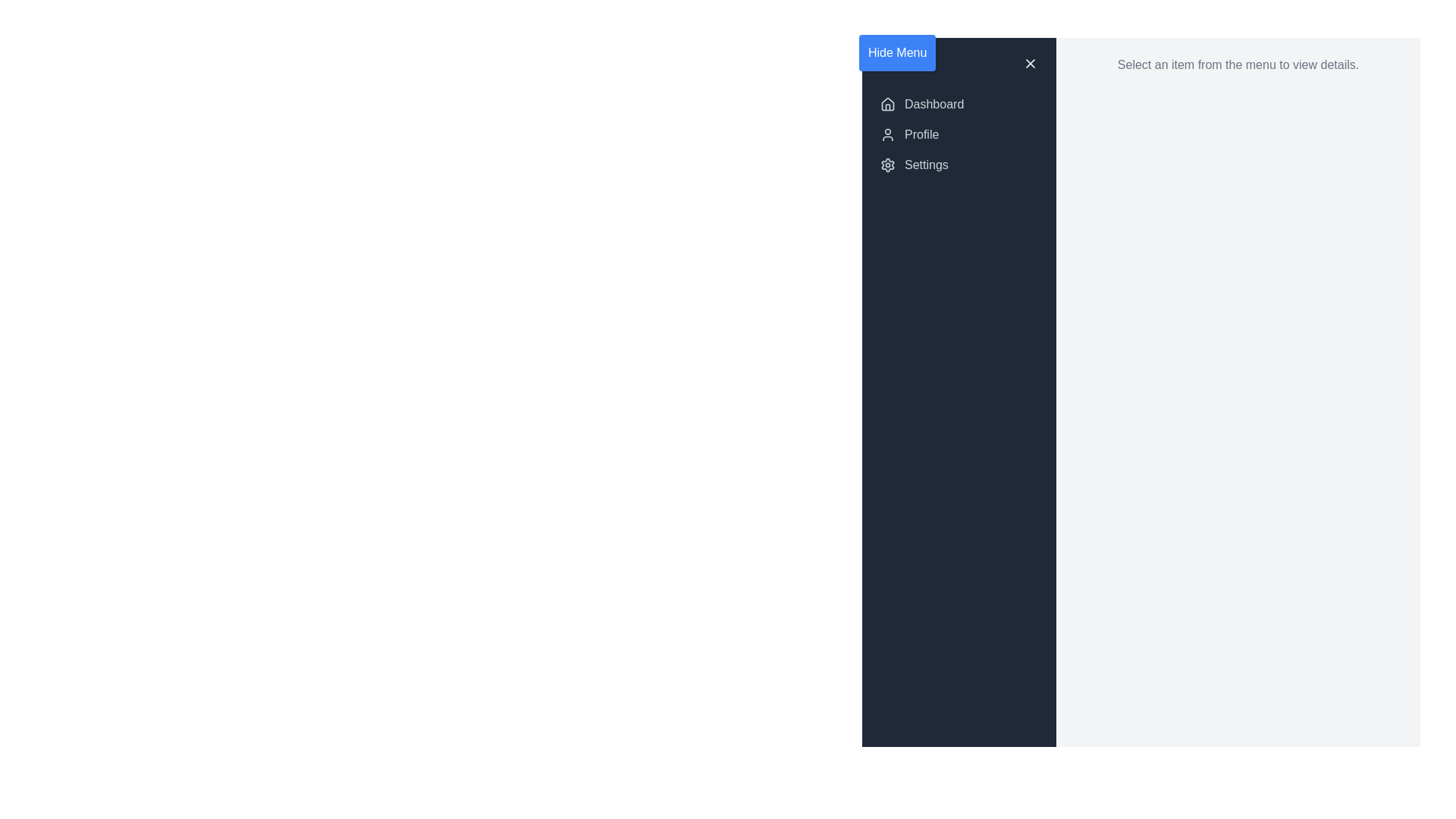 Image resolution: width=1456 pixels, height=819 pixels. Describe the element at coordinates (1030, 63) in the screenshot. I see `the close button icon, which is an 'X' symbol located at the top-right corner of the dark sidebar` at that location.